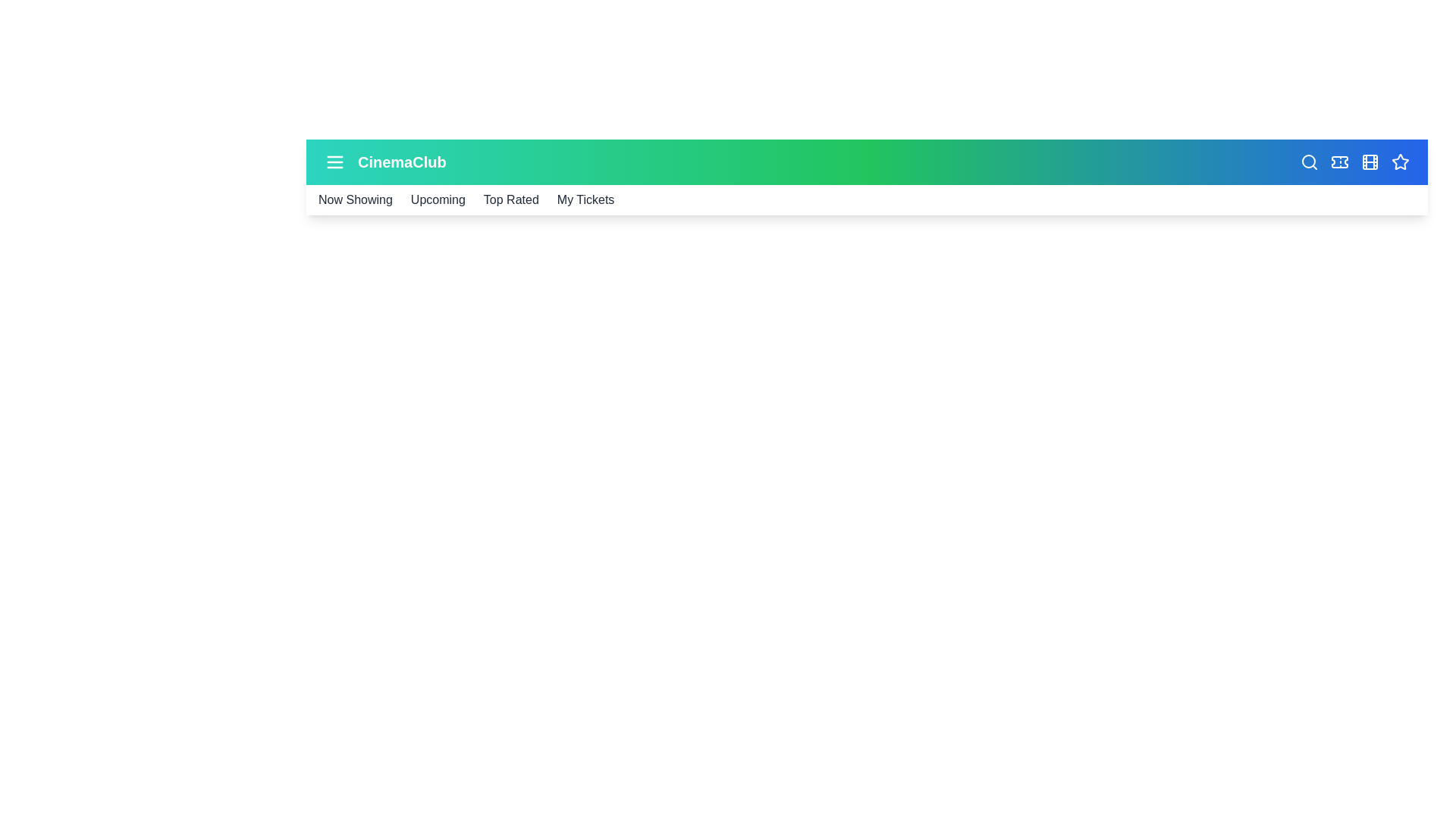  I want to click on the search icon in the CinemaAppBar, so click(1309, 162).